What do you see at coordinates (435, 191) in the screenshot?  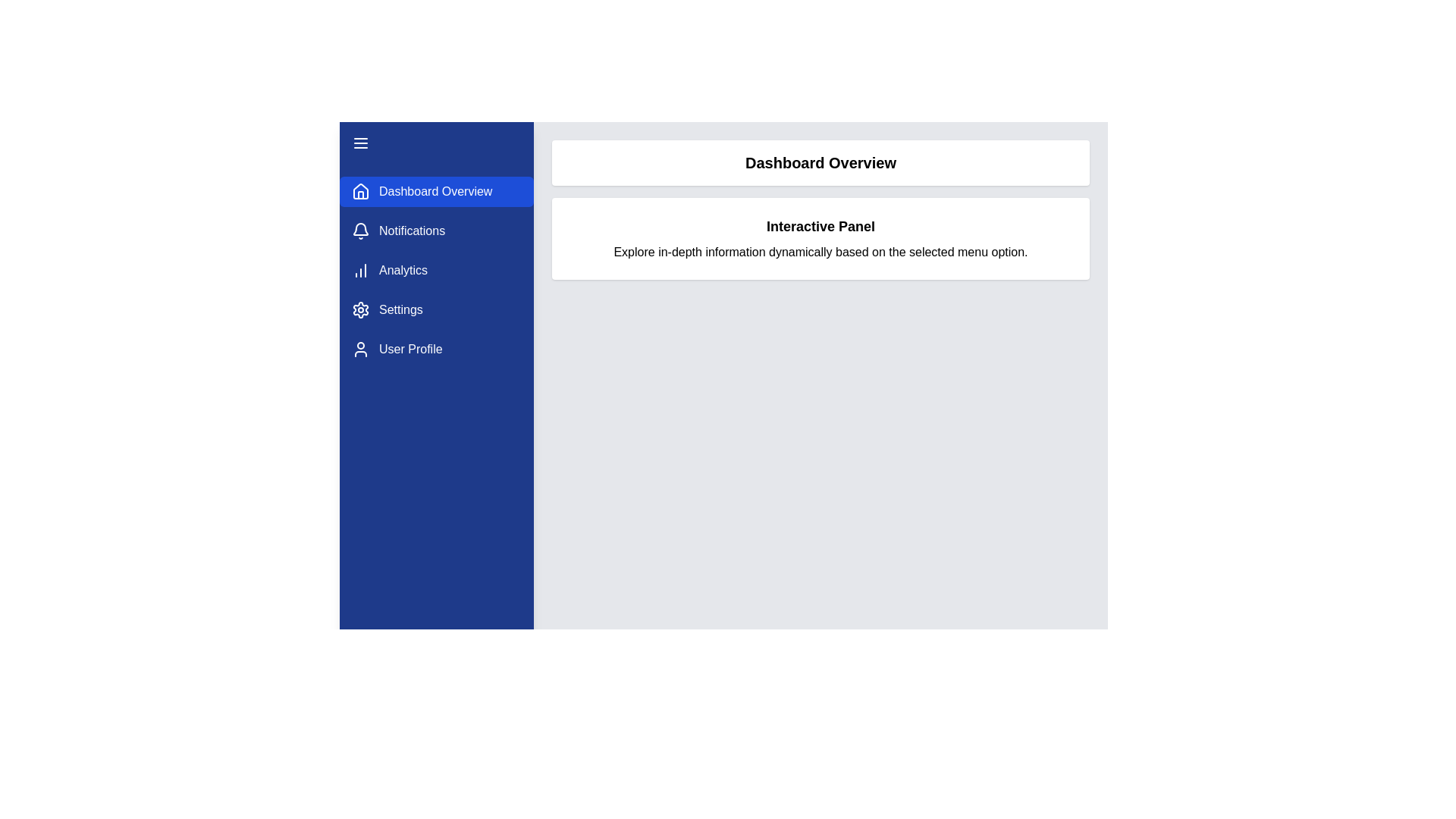 I see `the 'Dashboard Overview' text label in the left-side menu bar` at bounding box center [435, 191].